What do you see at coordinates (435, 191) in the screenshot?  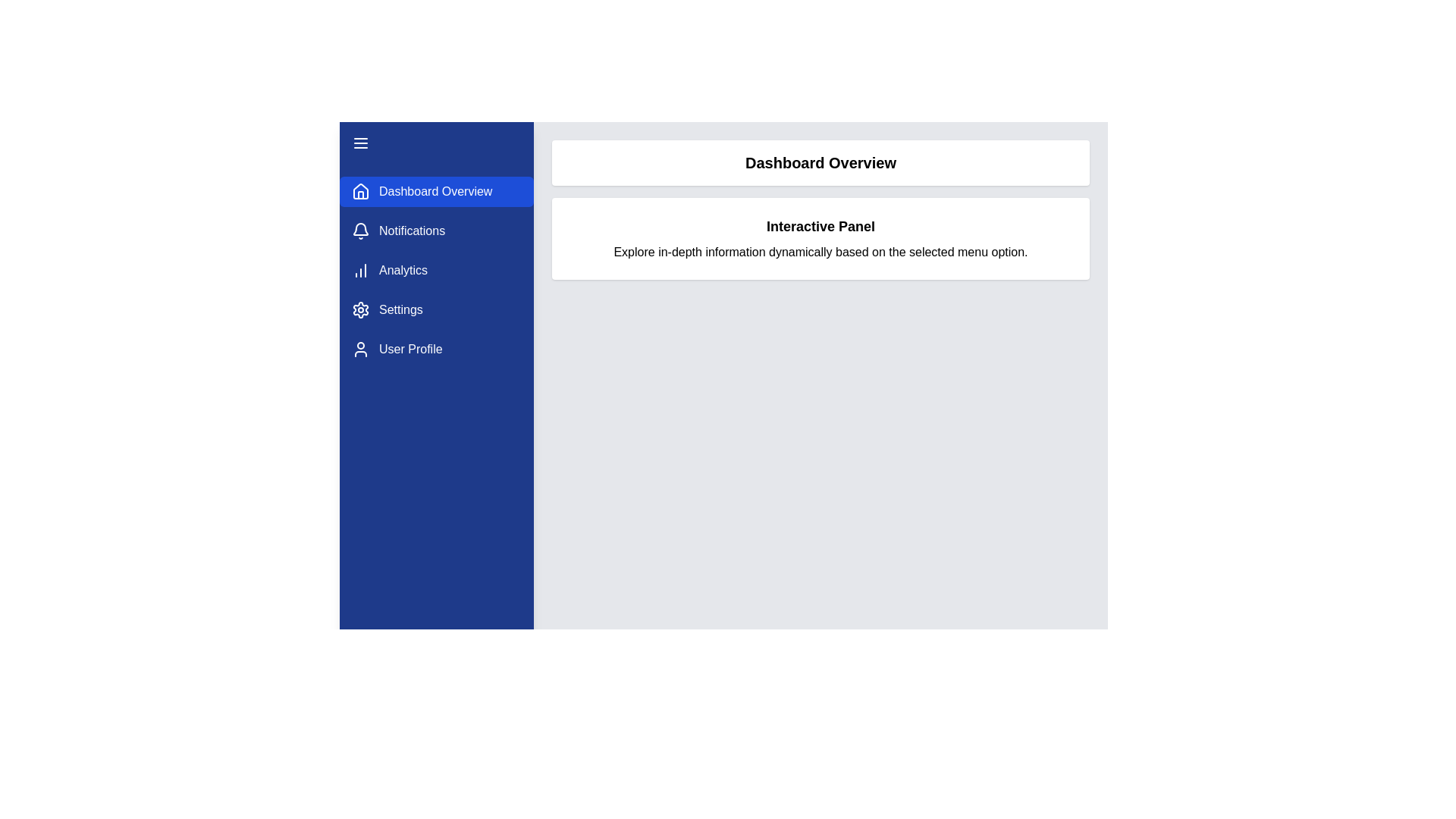 I see `the 'Dashboard Overview' text label in the left-side menu bar` at bounding box center [435, 191].